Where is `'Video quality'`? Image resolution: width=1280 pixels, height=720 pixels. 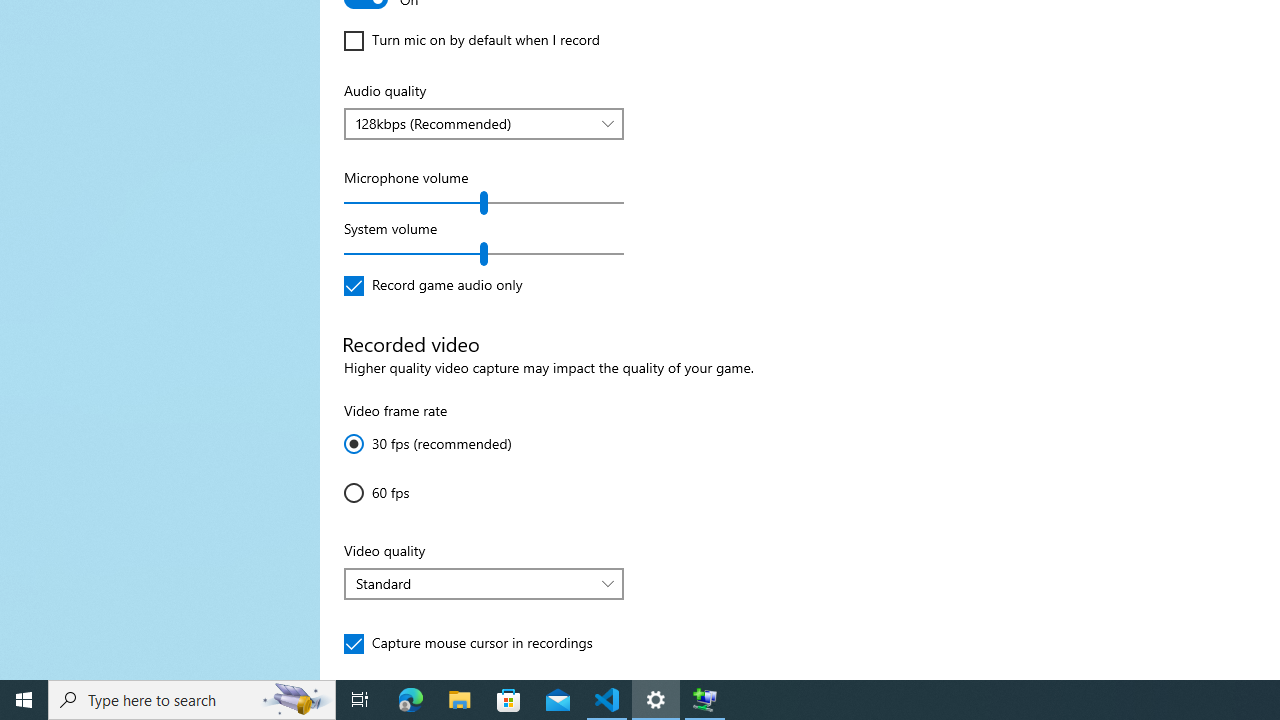 'Video quality' is located at coordinates (484, 583).